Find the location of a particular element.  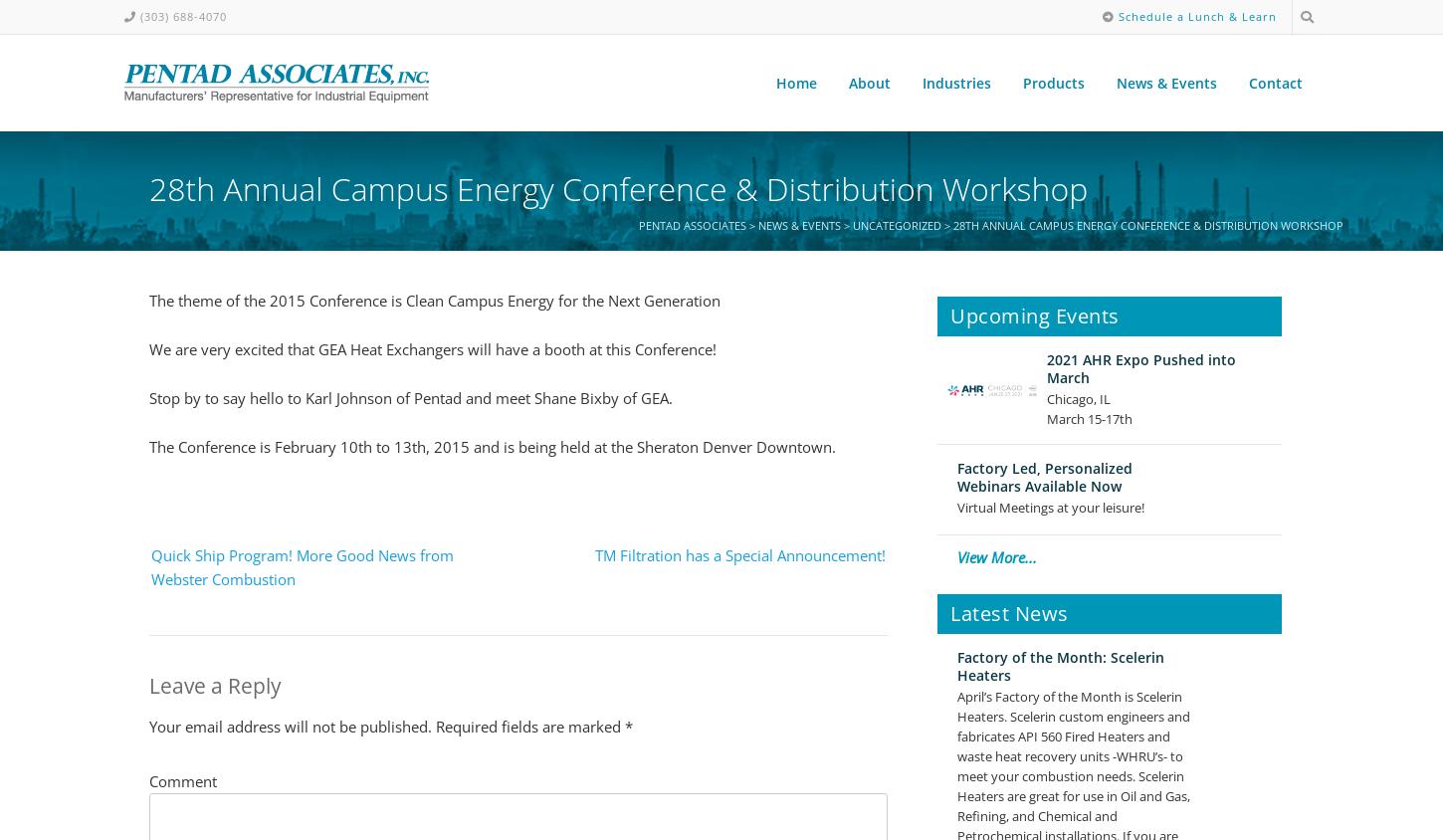

'Leave a Reply' is located at coordinates (214, 684).